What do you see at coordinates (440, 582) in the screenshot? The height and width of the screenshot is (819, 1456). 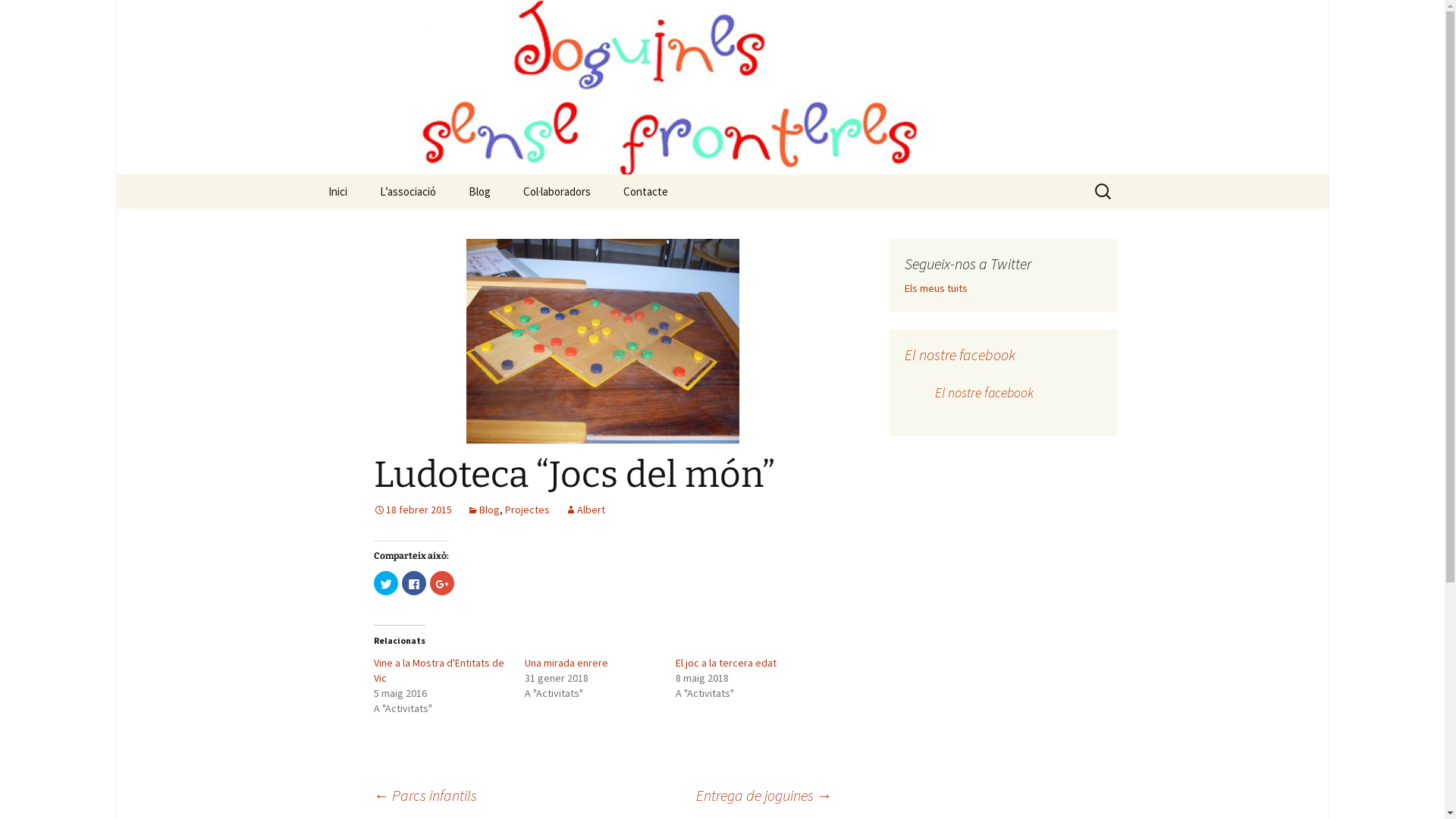 I see `'Feu clic per compartir a Google+ (Opens in new window)'` at bounding box center [440, 582].